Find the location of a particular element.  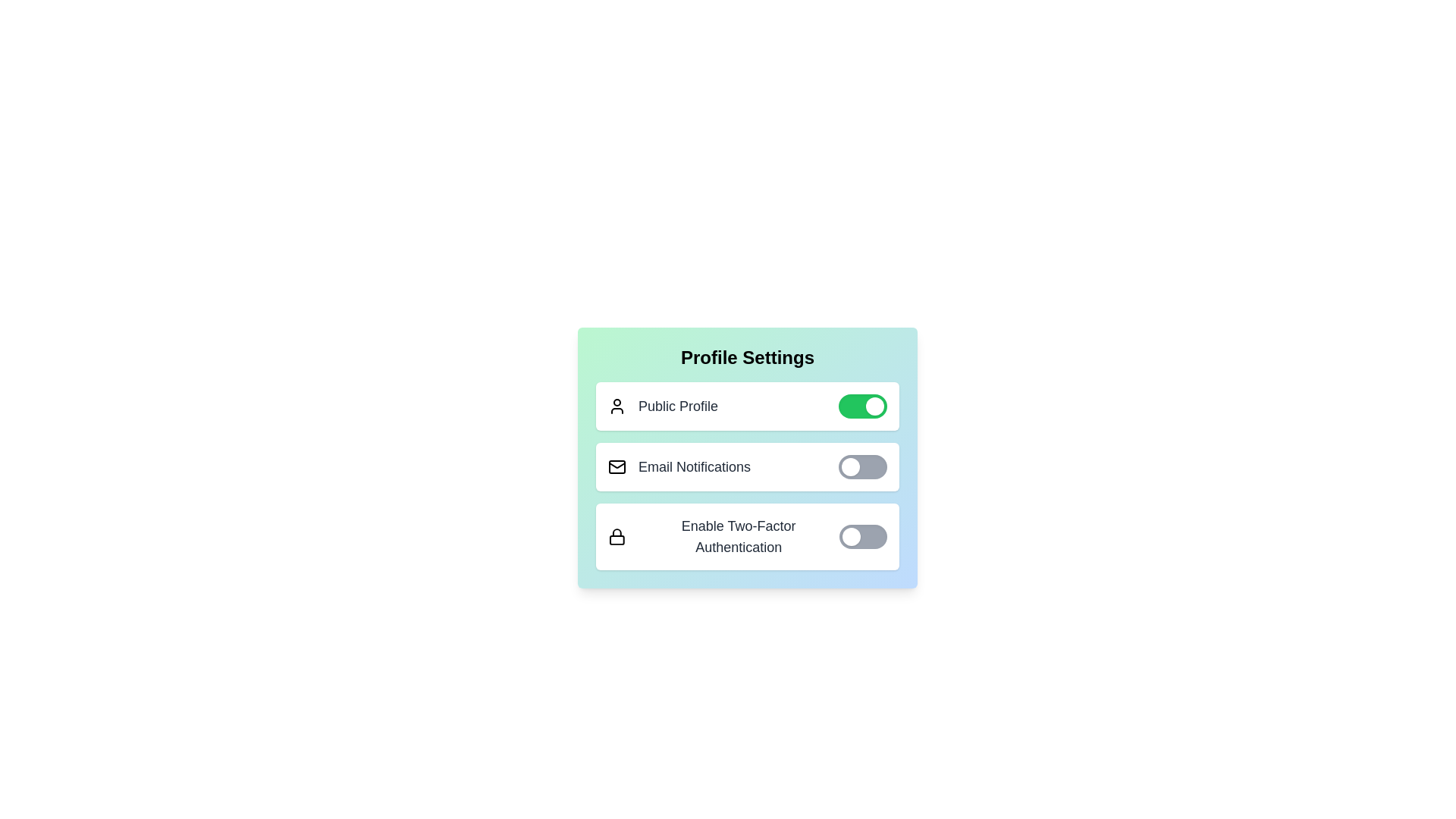

the icon next to Enable Two-Factor Authentication to inspect it visually is located at coordinates (616, 536).